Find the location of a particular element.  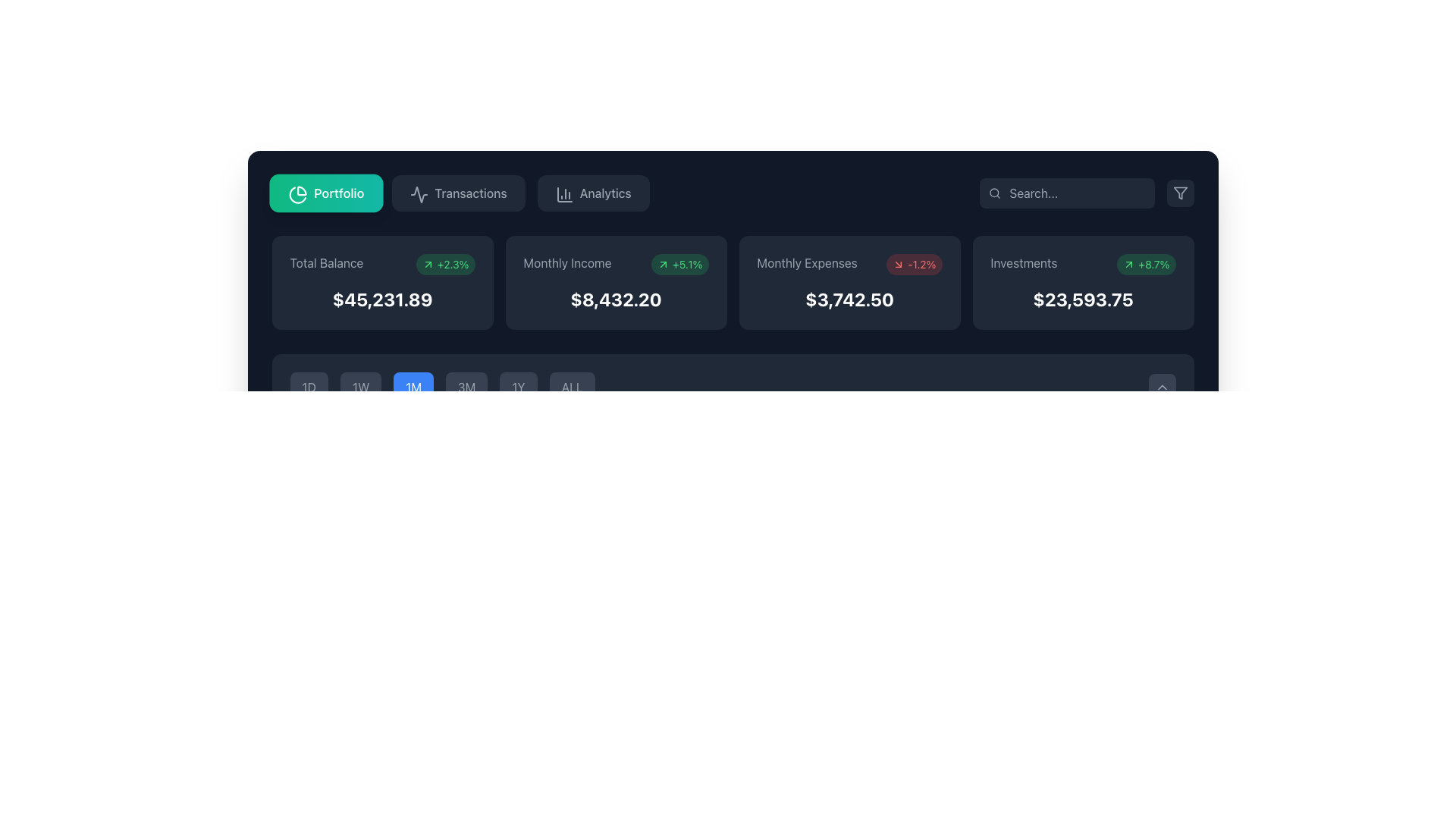

the rectangular button with rounded corners labeled '1D' in light gray font, located in the bottom-left portion of the interface below the financial statistics section is located at coordinates (308, 386).